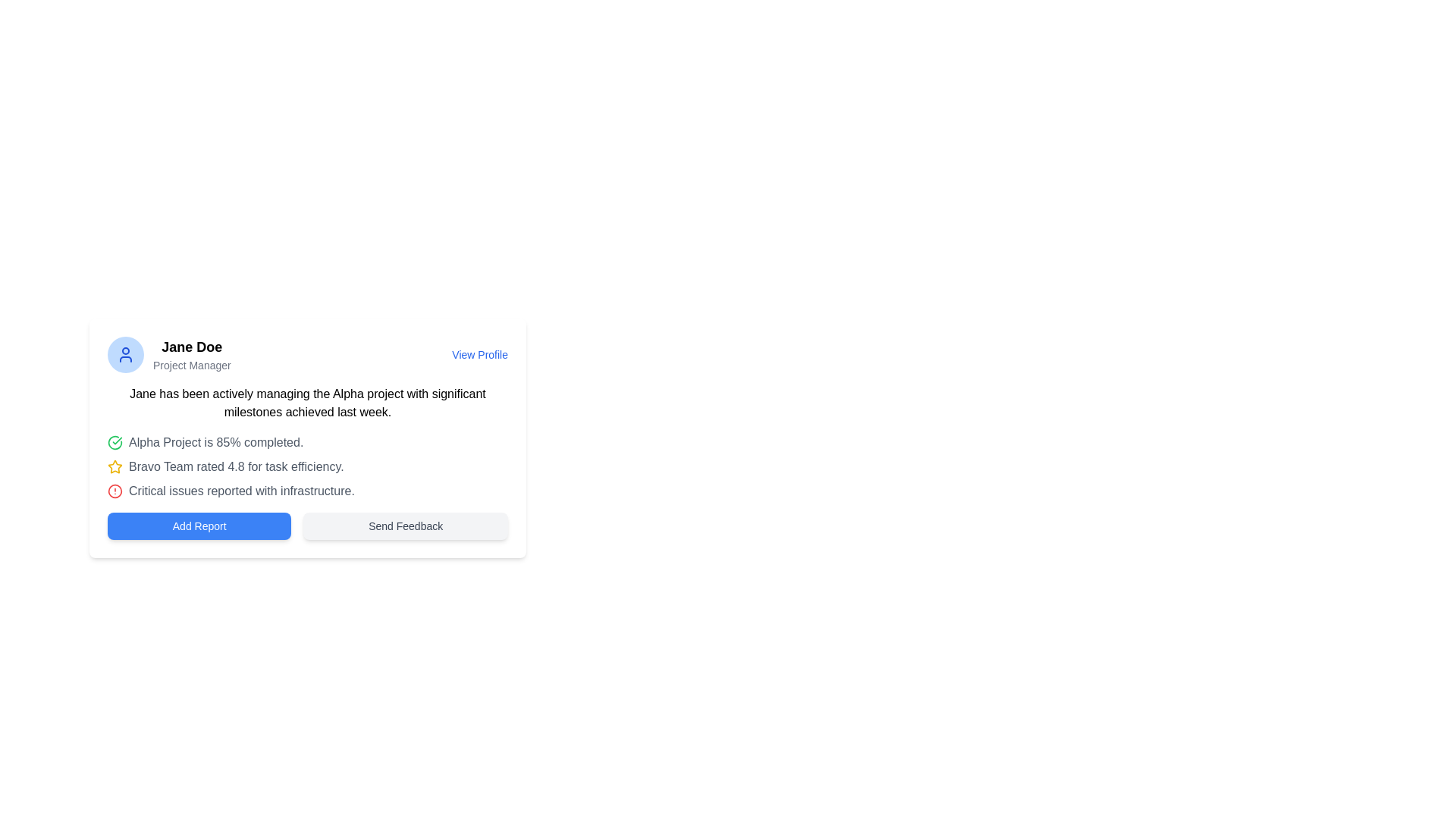 This screenshot has height=819, width=1456. I want to click on the 'Send Feedback' button, which is a rectangular button with rounded corners located in the bottom-right corner of the user information section, to observe the style change, so click(406, 526).